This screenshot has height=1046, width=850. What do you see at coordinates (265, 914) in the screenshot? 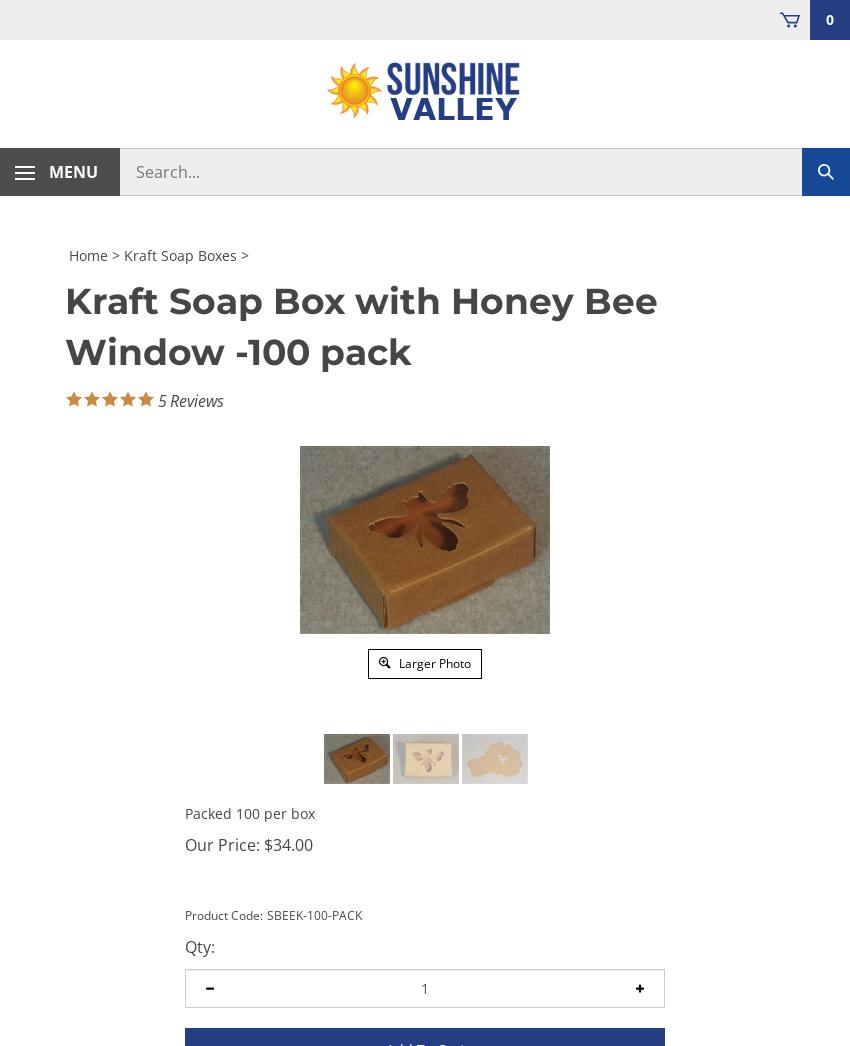
I see `'SBEEK-100-PACK'` at bounding box center [265, 914].